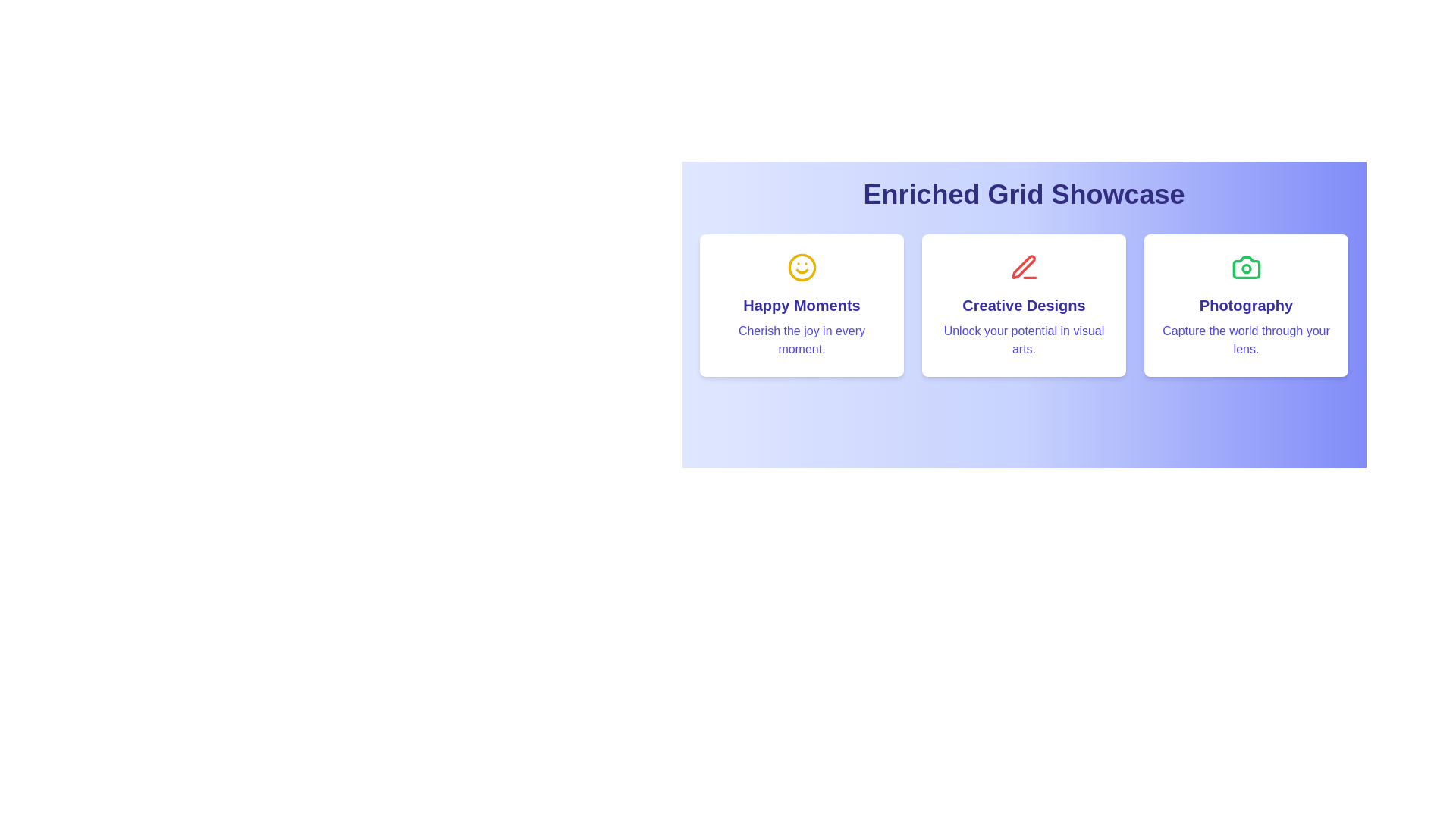 Image resolution: width=1456 pixels, height=819 pixels. What do you see at coordinates (1024, 267) in the screenshot?
I see `the creativity or design icon located above the 'Creative Designs' text within the 'Creative Designs' card` at bounding box center [1024, 267].